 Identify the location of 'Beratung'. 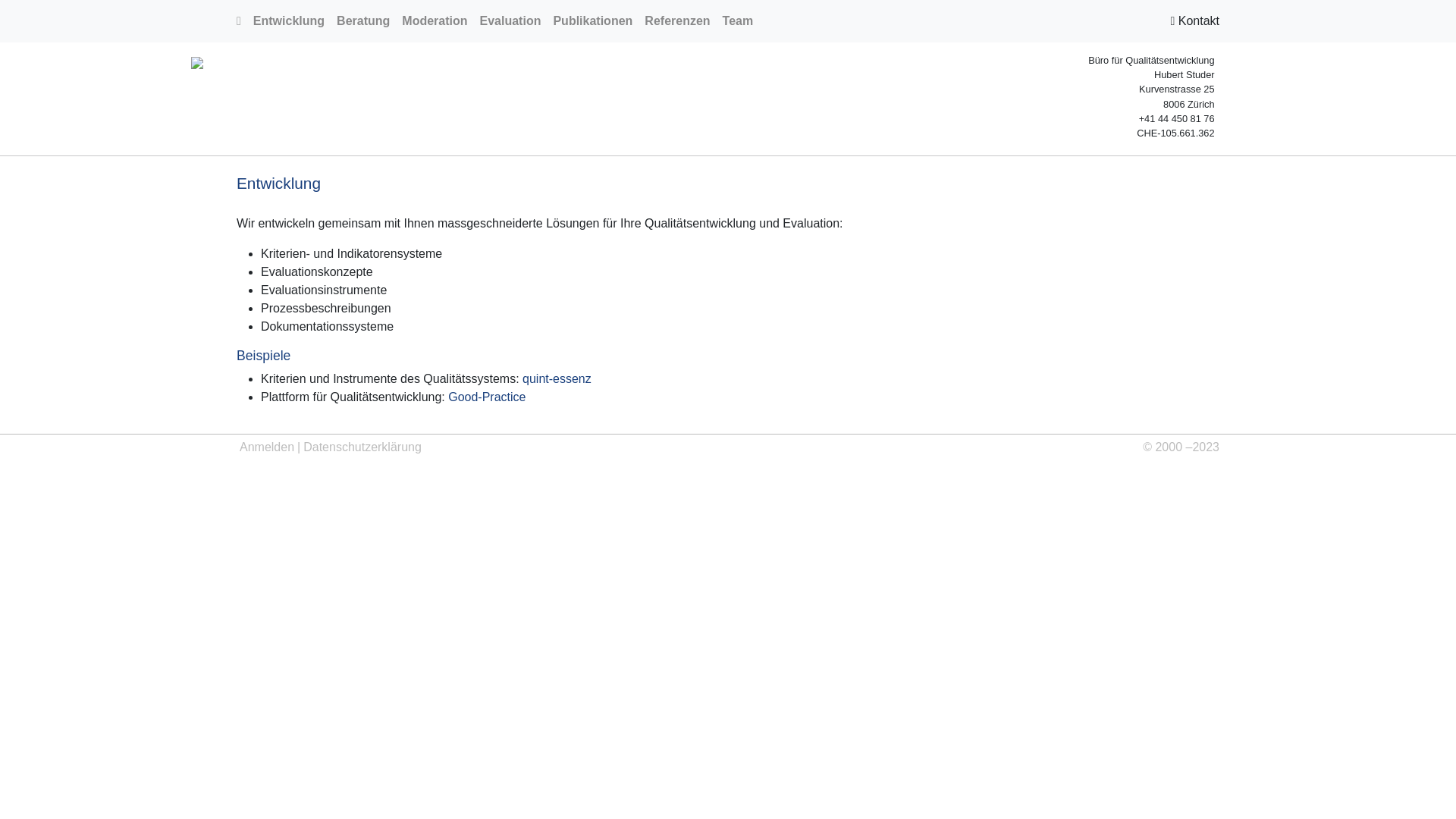
(330, 20).